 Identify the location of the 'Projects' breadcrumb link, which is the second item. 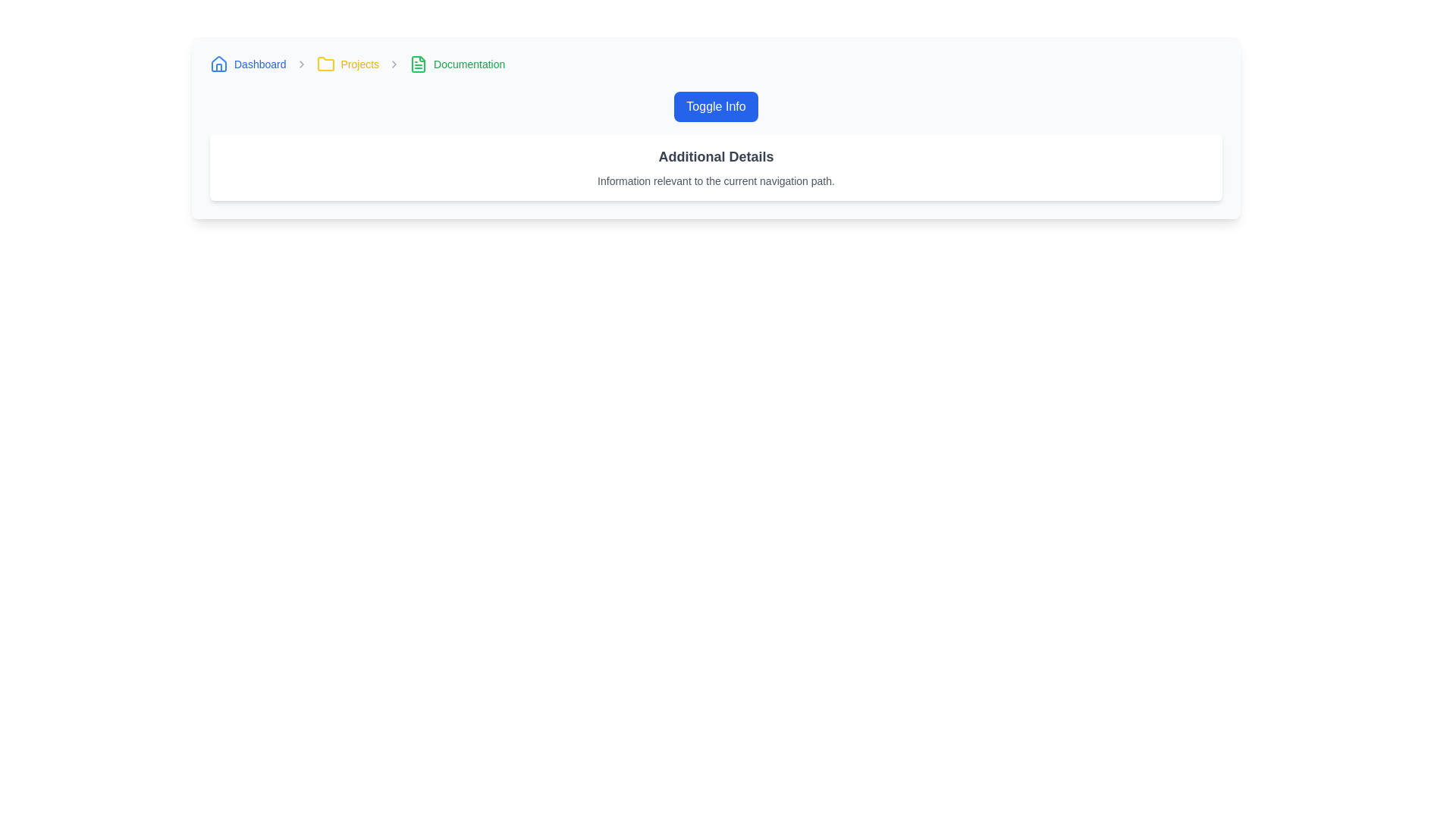
(347, 63).